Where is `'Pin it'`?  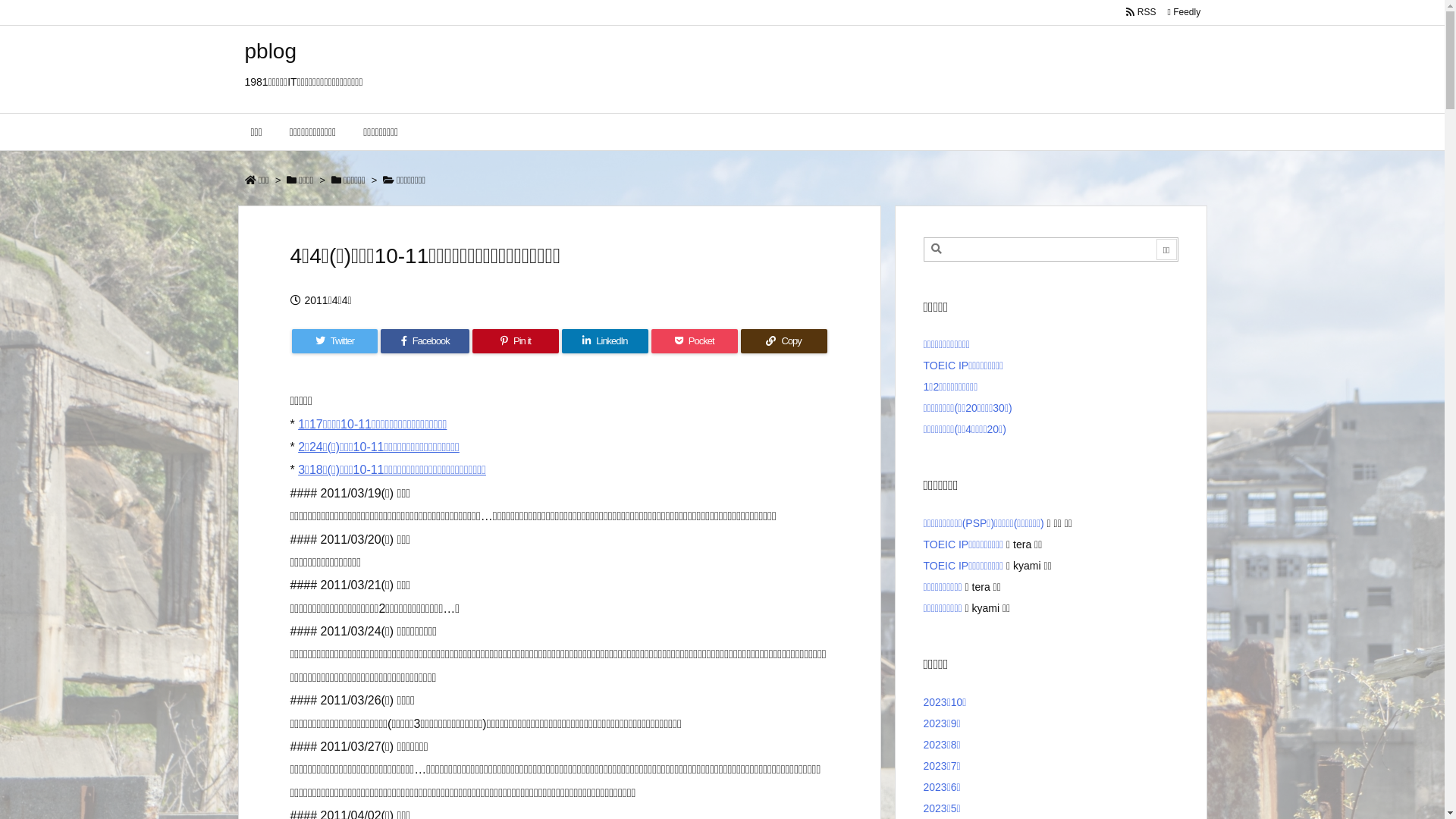 'Pin it' is located at coordinates (516, 341).